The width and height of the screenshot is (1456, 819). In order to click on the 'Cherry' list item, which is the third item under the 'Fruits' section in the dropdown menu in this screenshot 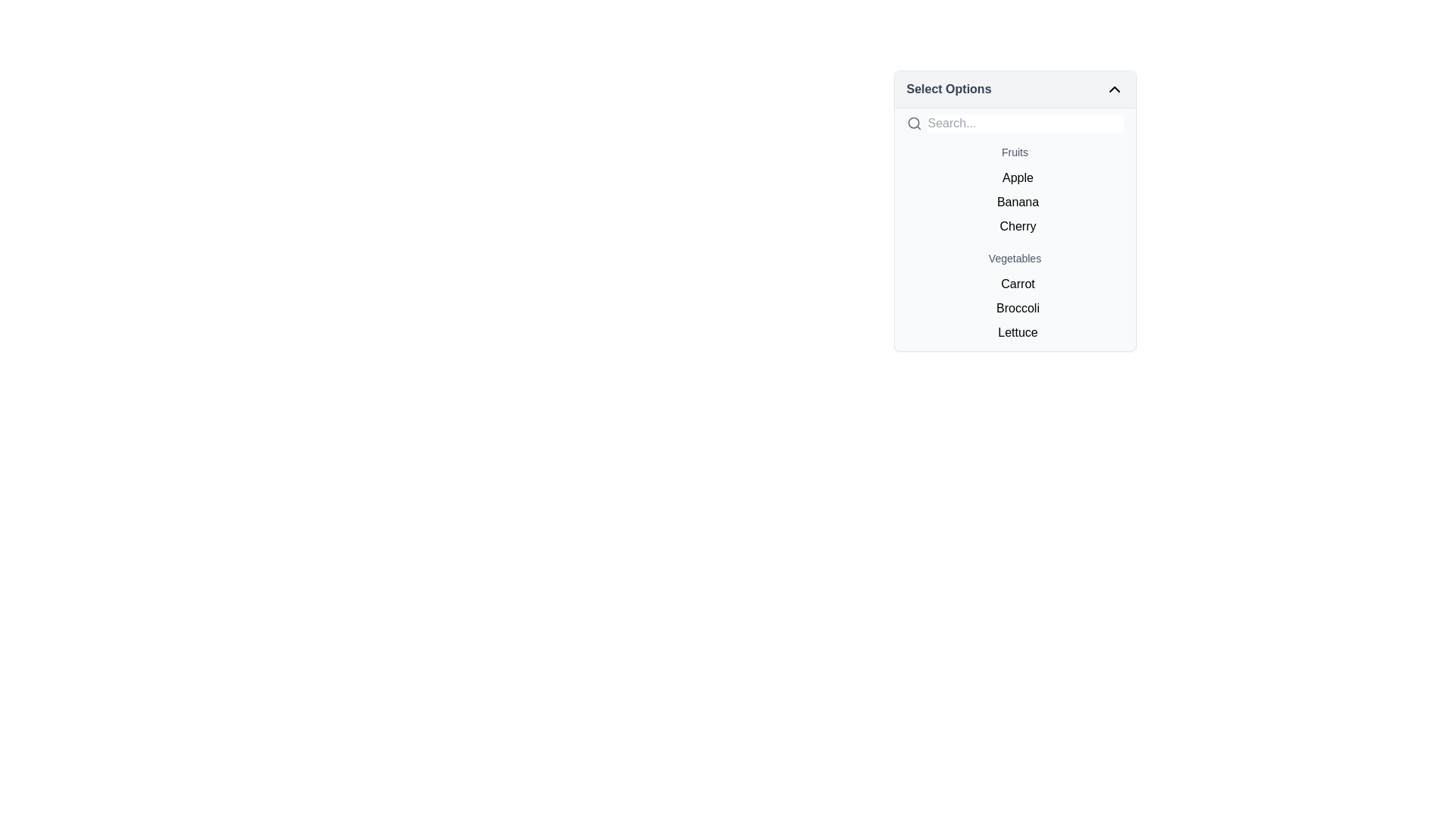, I will do `click(1015, 244)`.